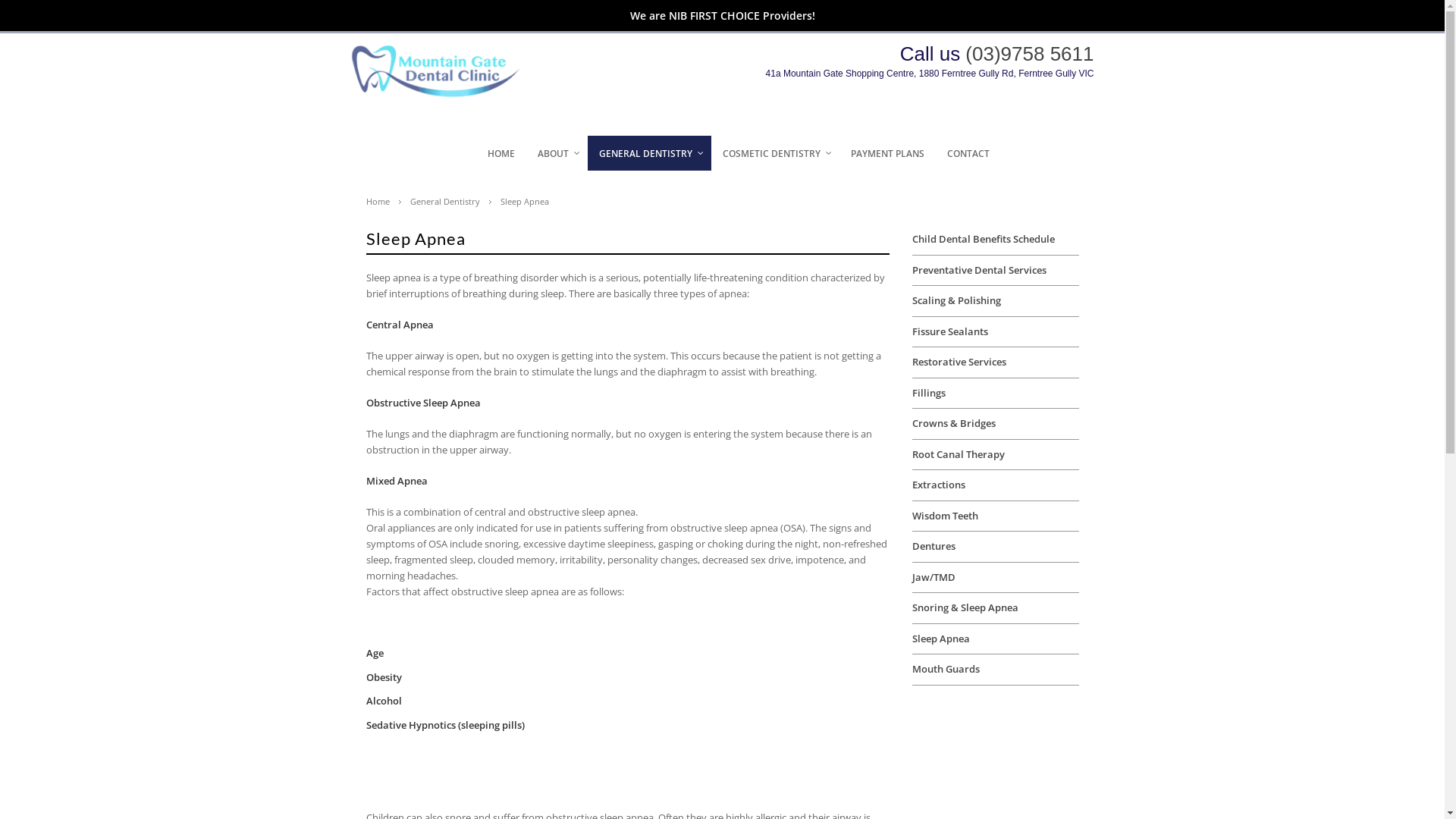 The image size is (1456, 819). Describe the element at coordinates (475, 153) in the screenshot. I see `'HOME'` at that location.